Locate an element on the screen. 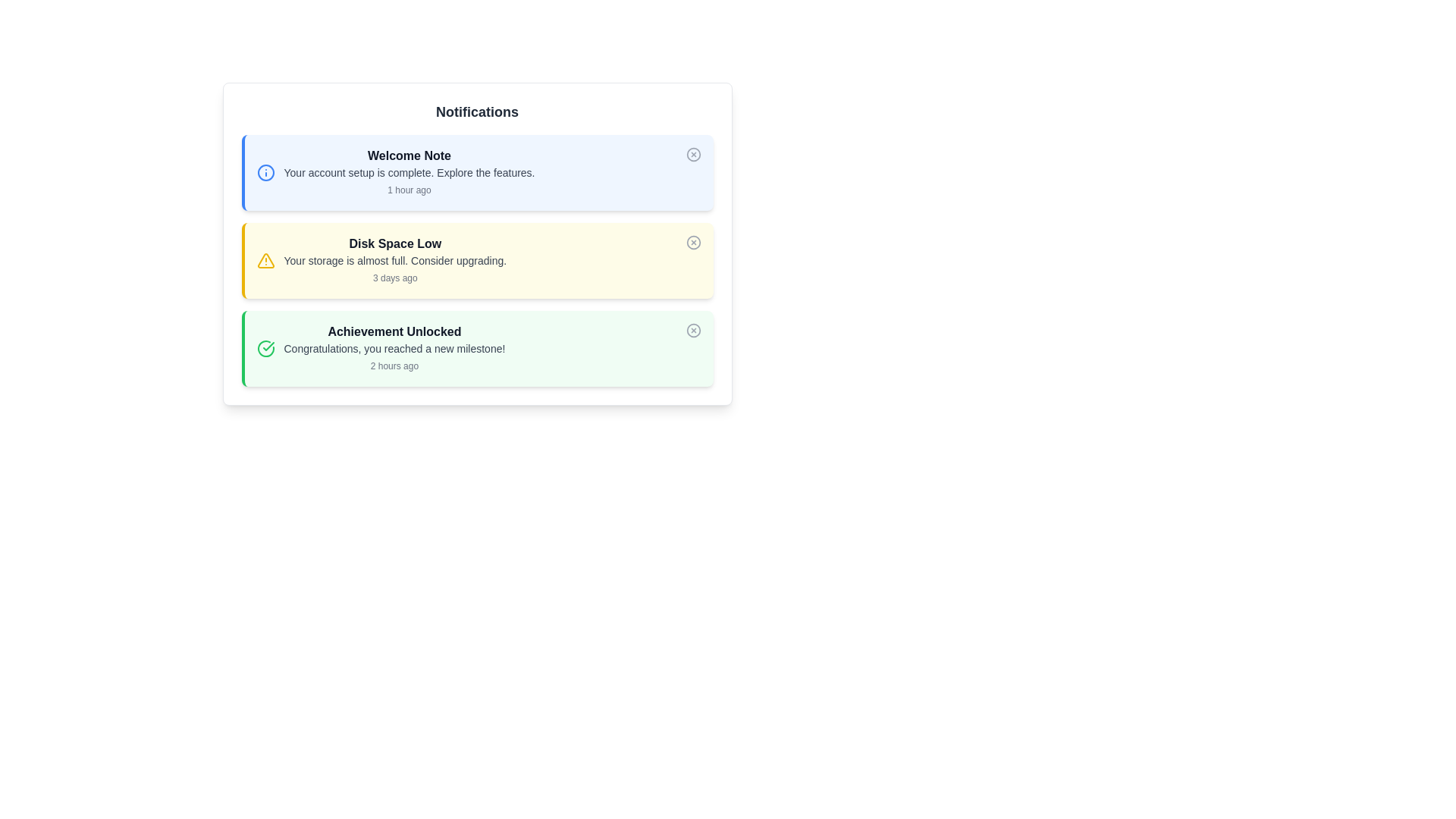  the supplementary message text element located below the 'Welcome Note' title and above the '1 hour ago' timestamp is located at coordinates (409, 171).